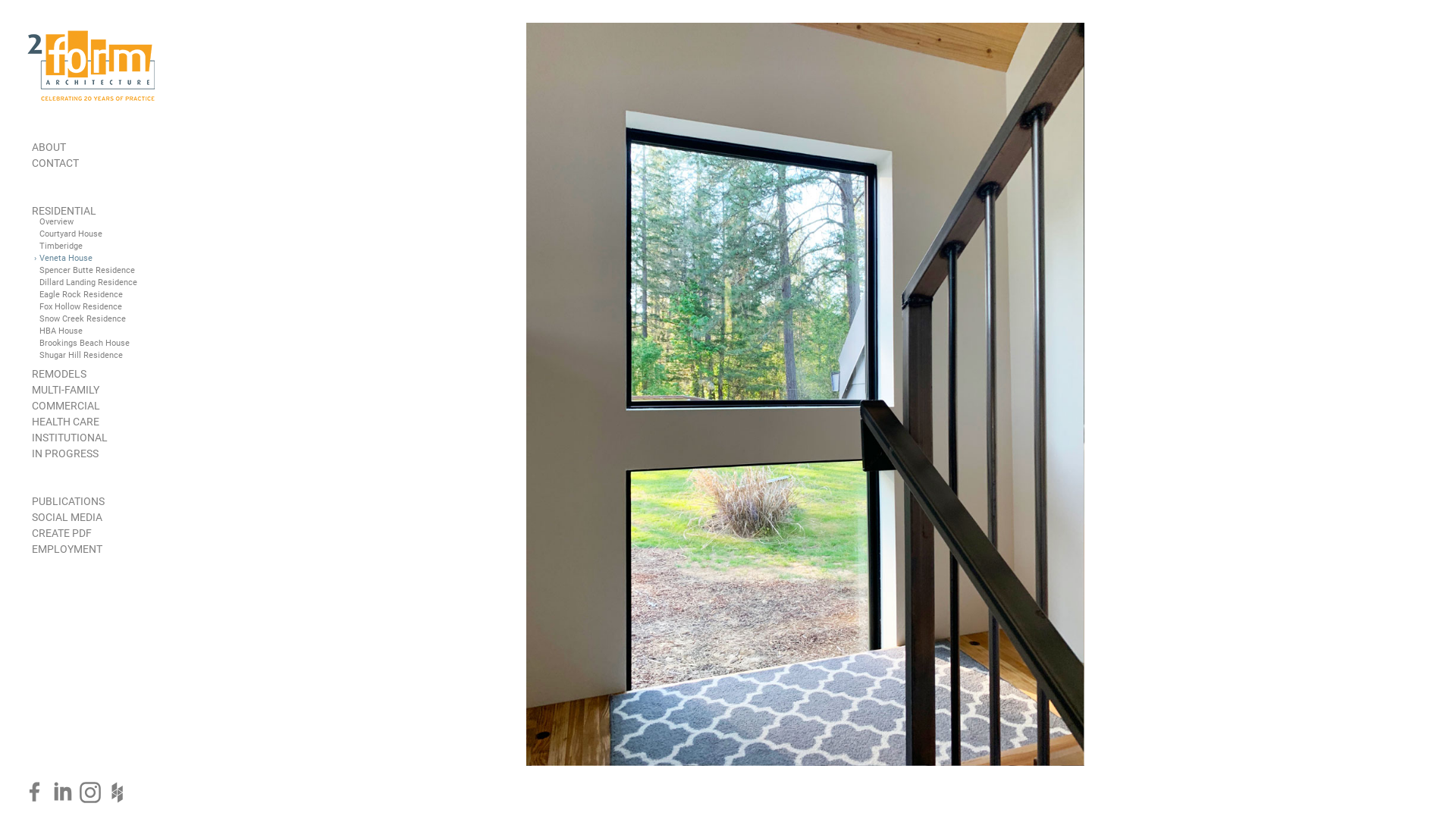 The width and height of the screenshot is (1456, 819). Describe the element at coordinates (58, 374) in the screenshot. I see `'REMODELS'` at that location.